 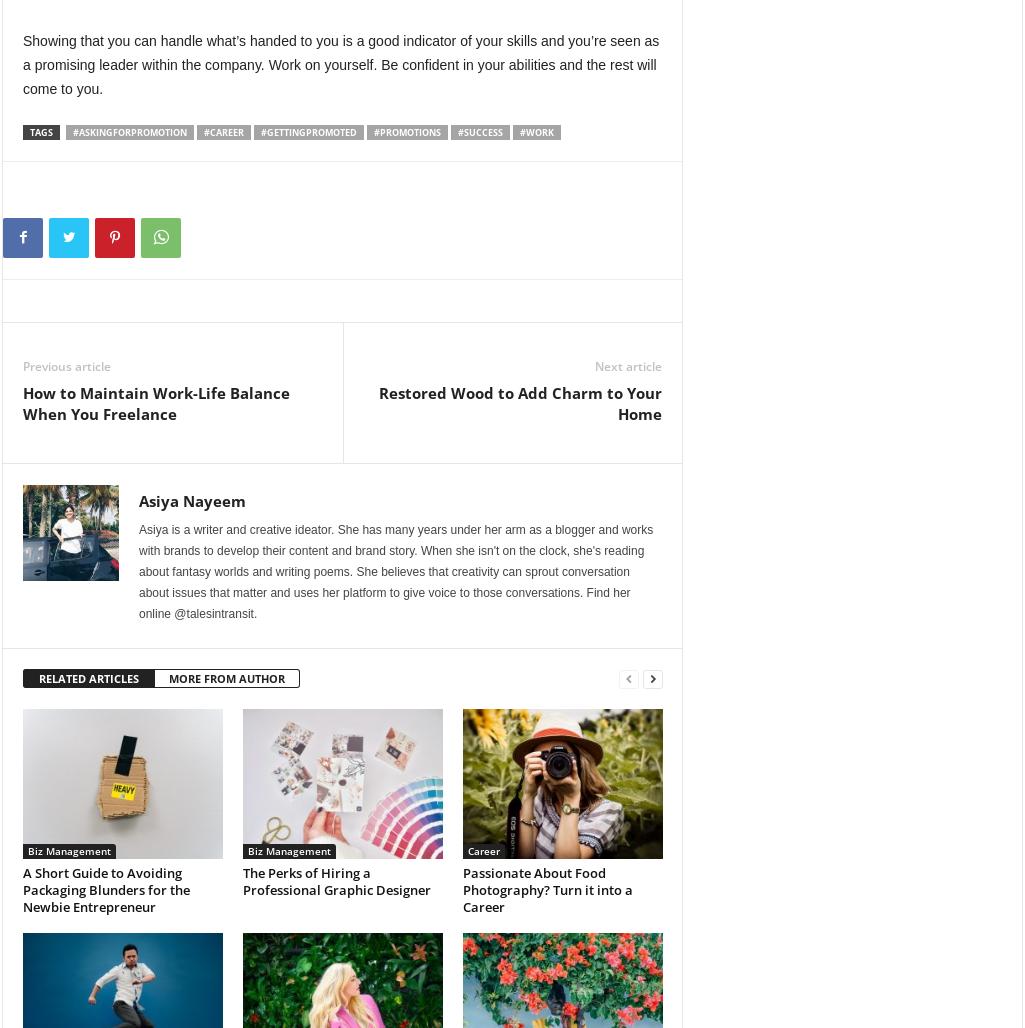 What do you see at coordinates (340, 64) in the screenshot?
I see `'Showing that you can handle what’s handed to you is a good indicator of your skills and you’re seen as a promising leader within the company. Work on yourself. Be confident in your abilities and the rest will come to you.'` at bounding box center [340, 64].